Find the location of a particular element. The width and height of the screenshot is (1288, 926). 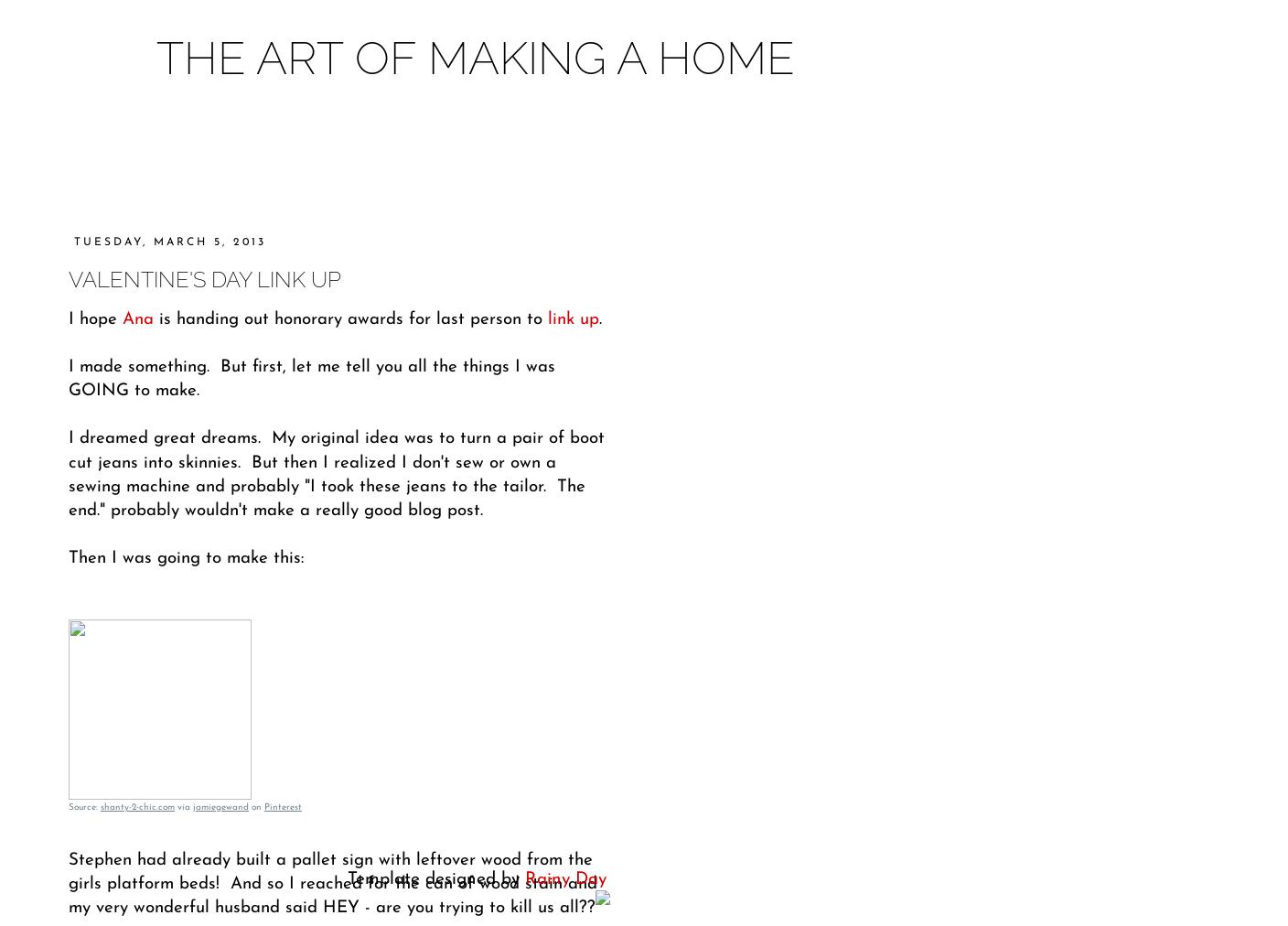

'Style' is located at coordinates (520, 155).